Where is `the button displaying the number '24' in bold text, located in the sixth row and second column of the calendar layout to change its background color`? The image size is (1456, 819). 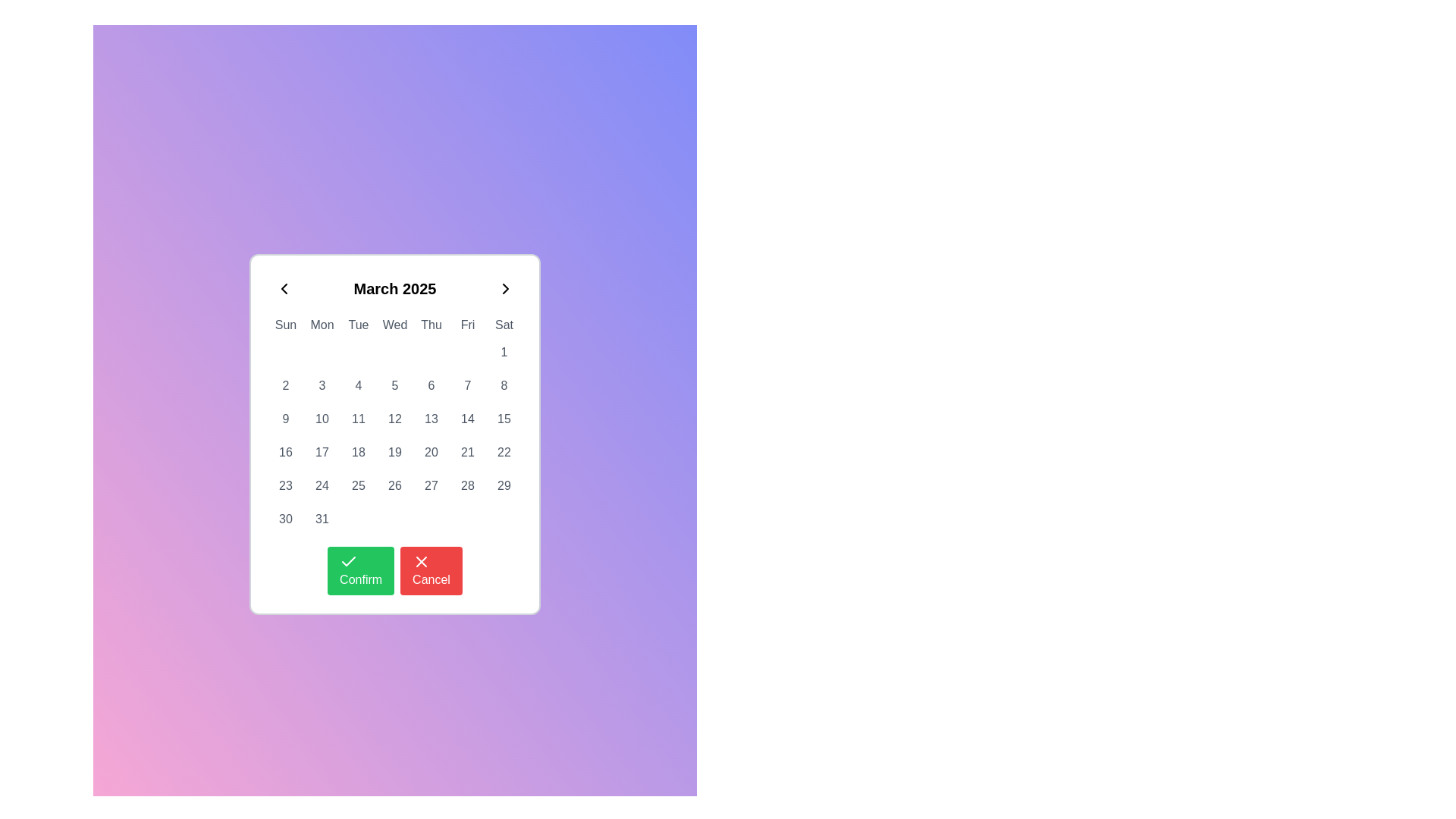 the button displaying the number '24' in bold text, located in the sixth row and second column of the calendar layout to change its background color is located at coordinates (322, 485).